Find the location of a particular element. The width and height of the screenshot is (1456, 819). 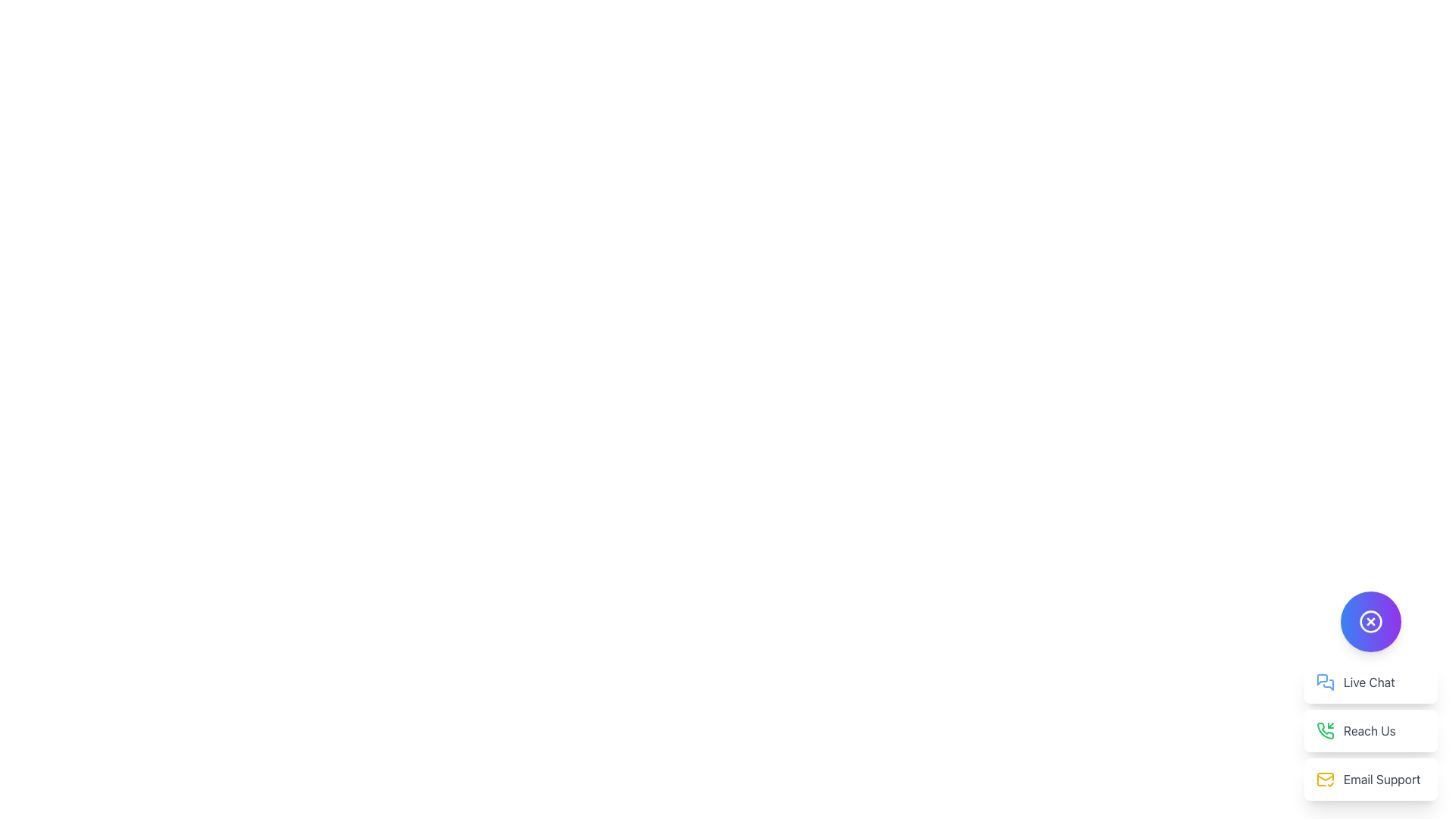

the Text Label that serves as the label for the live chat support menu item, located in the second position of the vertical stack in the bottom right corner is located at coordinates (1369, 681).